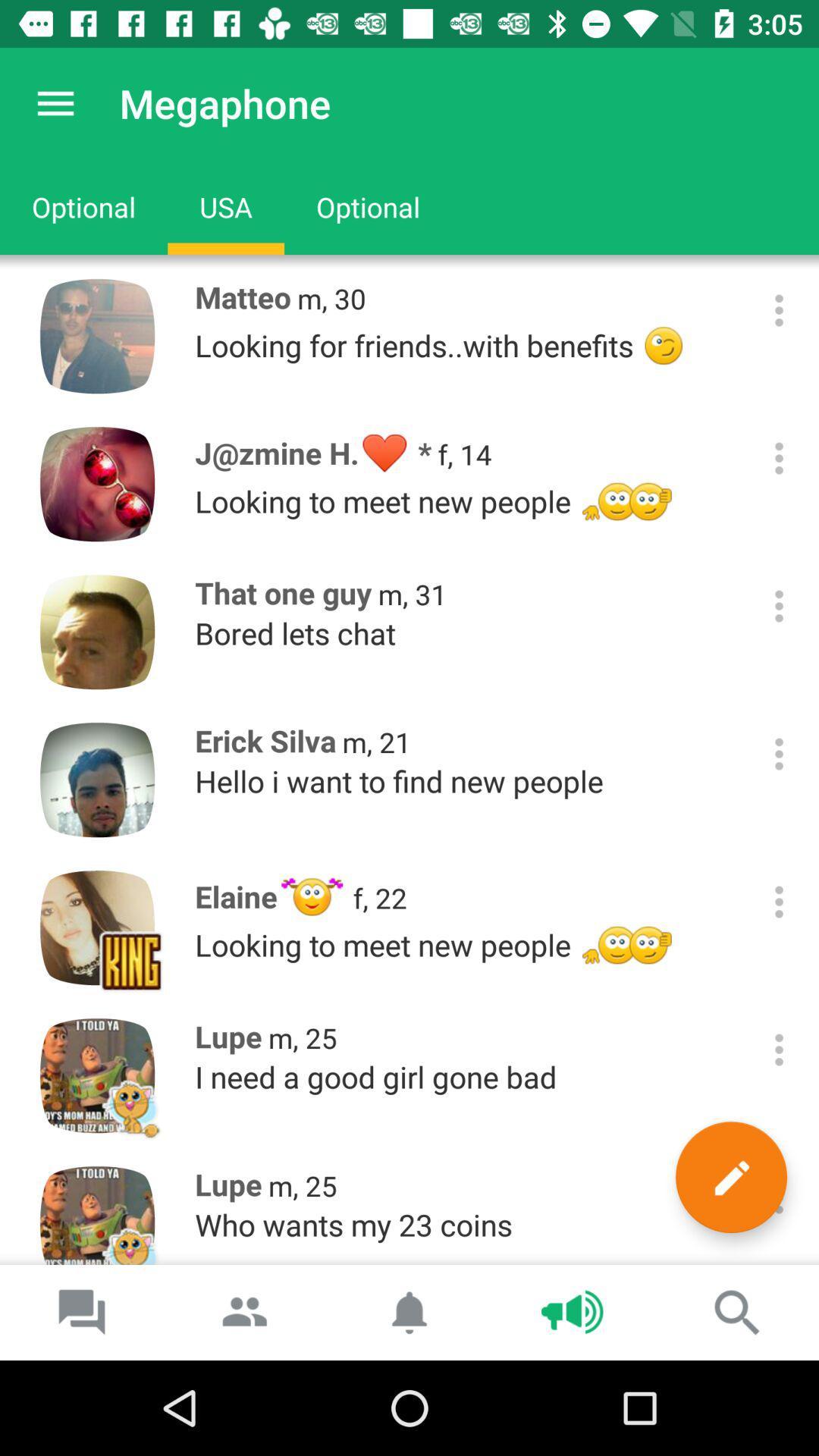 Image resolution: width=819 pixels, height=1456 pixels. Describe the element at coordinates (779, 309) in the screenshot. I see `open sub-menu` at that location.